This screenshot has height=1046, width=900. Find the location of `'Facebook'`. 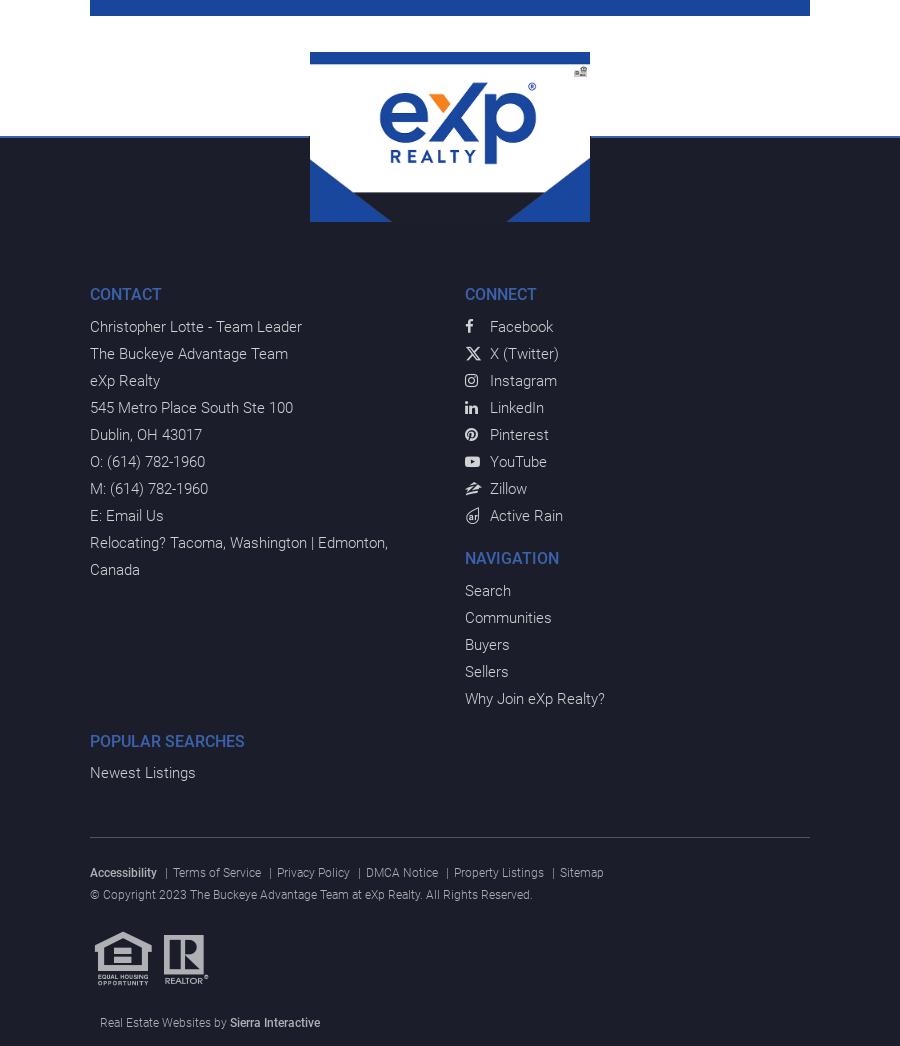

'Facebook' is located at coordinates (520, 325).